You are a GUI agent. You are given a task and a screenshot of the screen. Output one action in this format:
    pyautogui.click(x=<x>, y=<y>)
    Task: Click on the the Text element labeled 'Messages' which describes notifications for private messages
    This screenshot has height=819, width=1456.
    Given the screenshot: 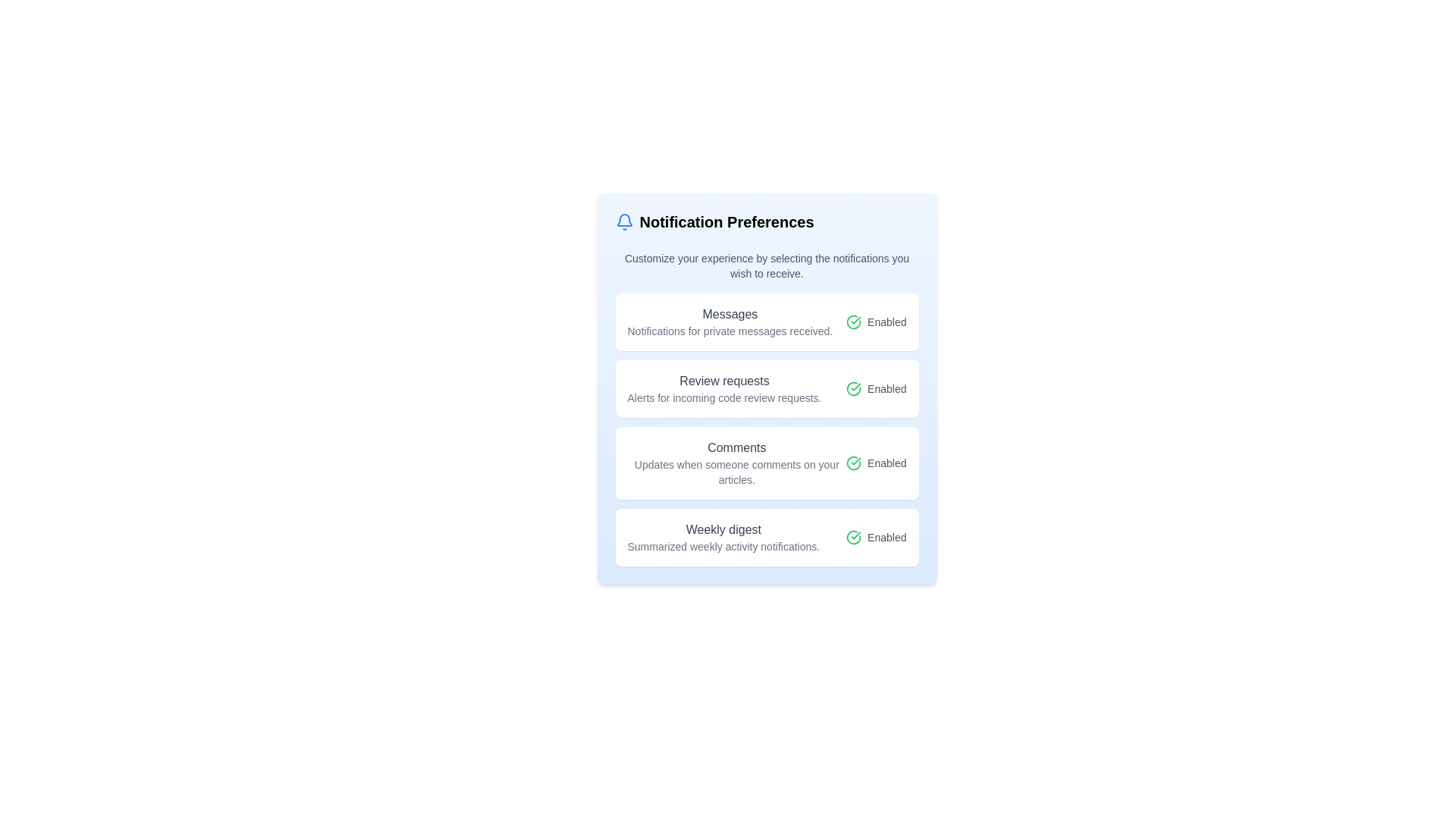 What is the action you would take?
    pyautogui.click(x=730, y=321)
    